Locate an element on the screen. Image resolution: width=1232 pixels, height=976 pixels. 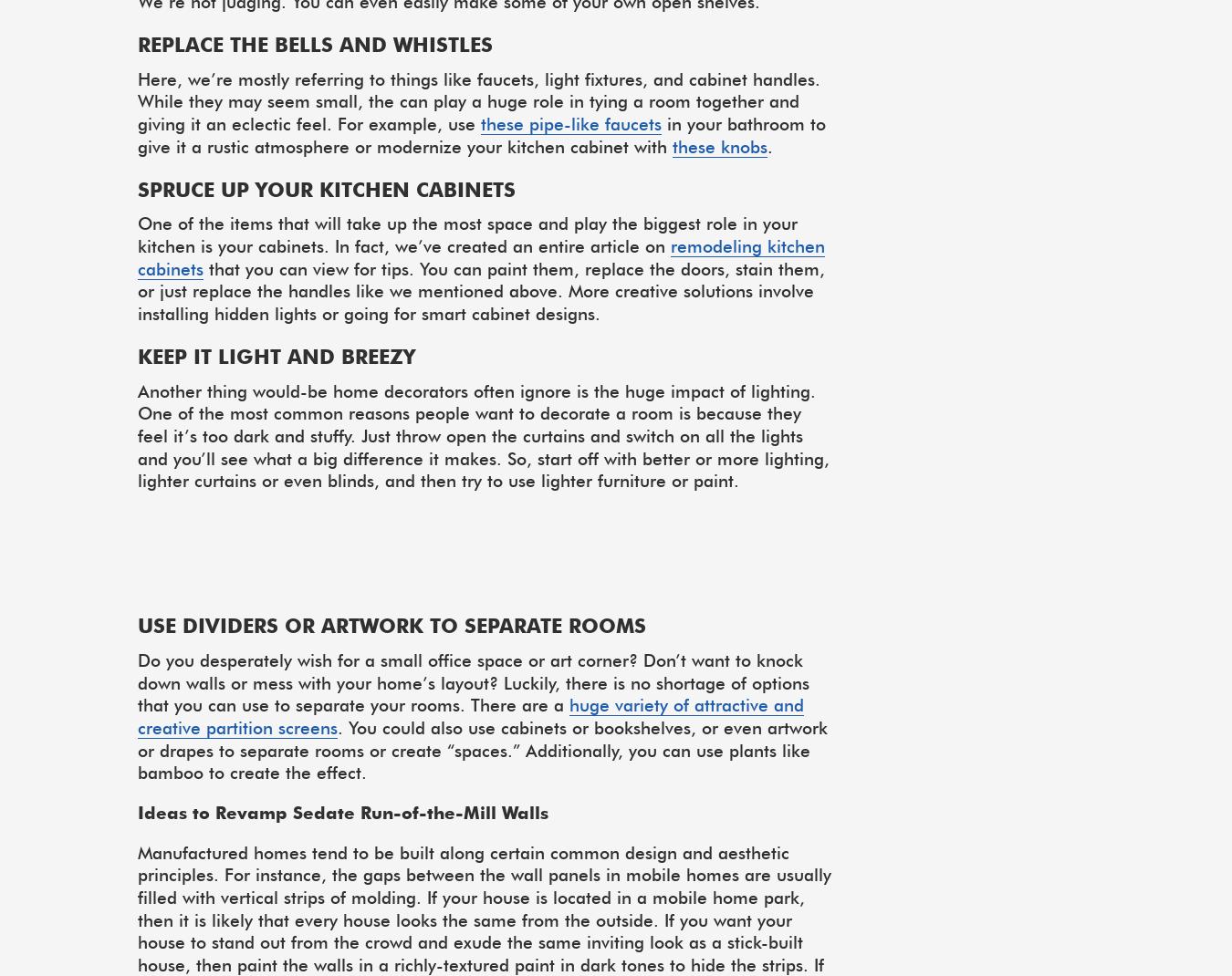
'in your bathroom to give it a rustic atmosphere or modernize your kitchen cabinet with' is located at coordinates (480, 134).